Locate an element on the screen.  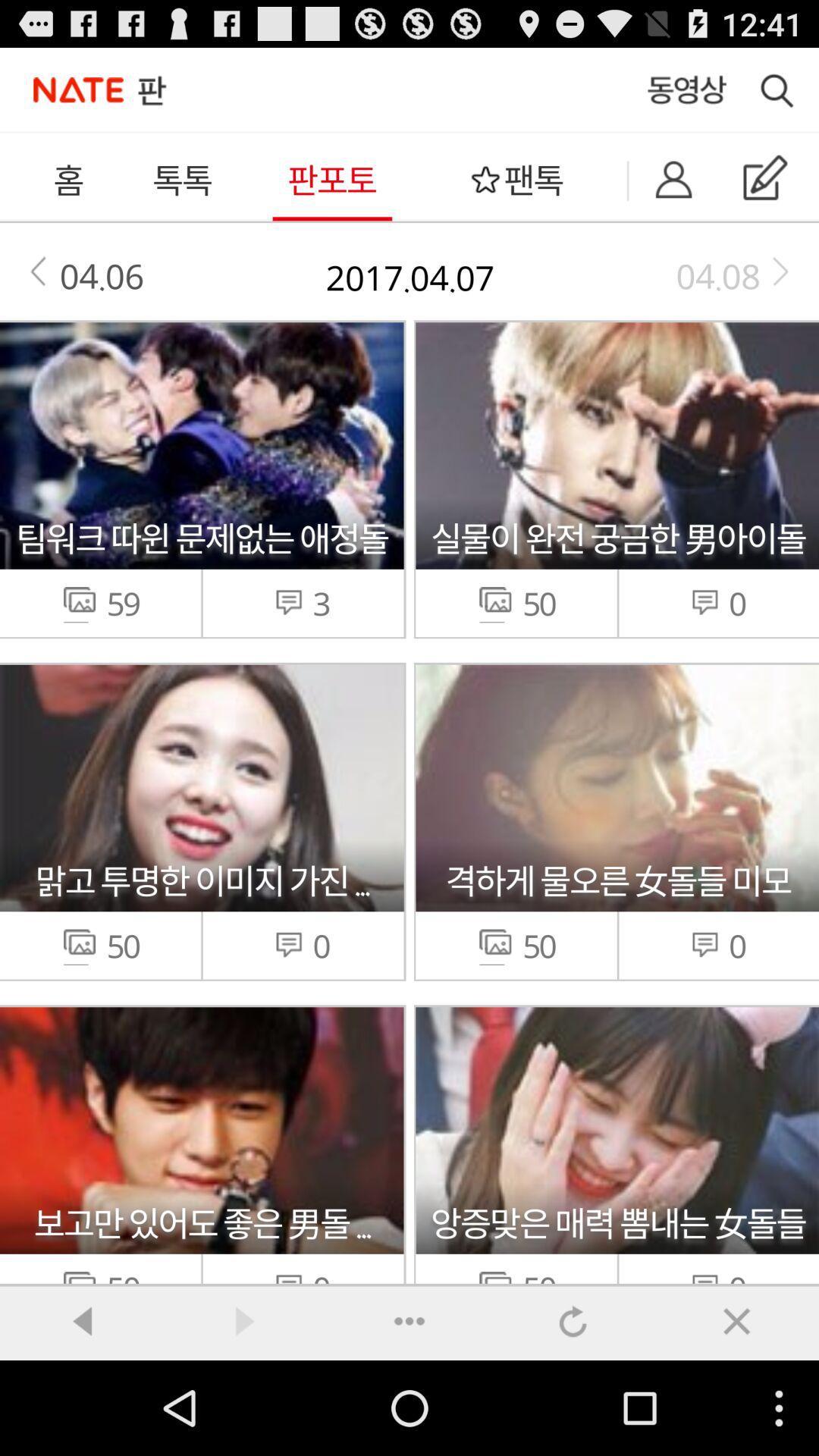
the font icon is located at coordinates (736, 1413).